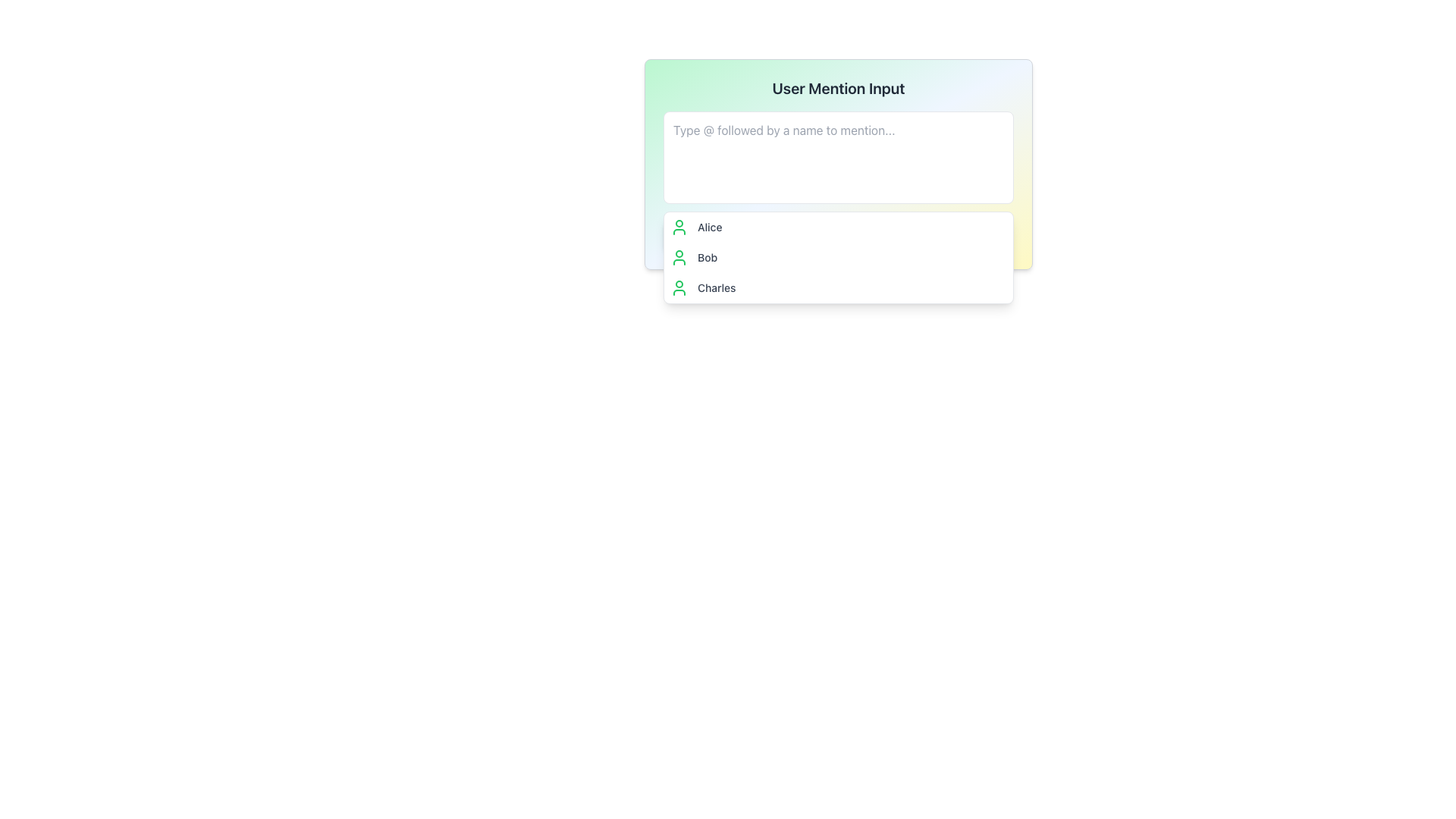  Describe the element at coordinates (837, 227) in the screenshot. I see `the first selectable user mention suggestion labeled 'Alice' in the dropdown menu` at that location.